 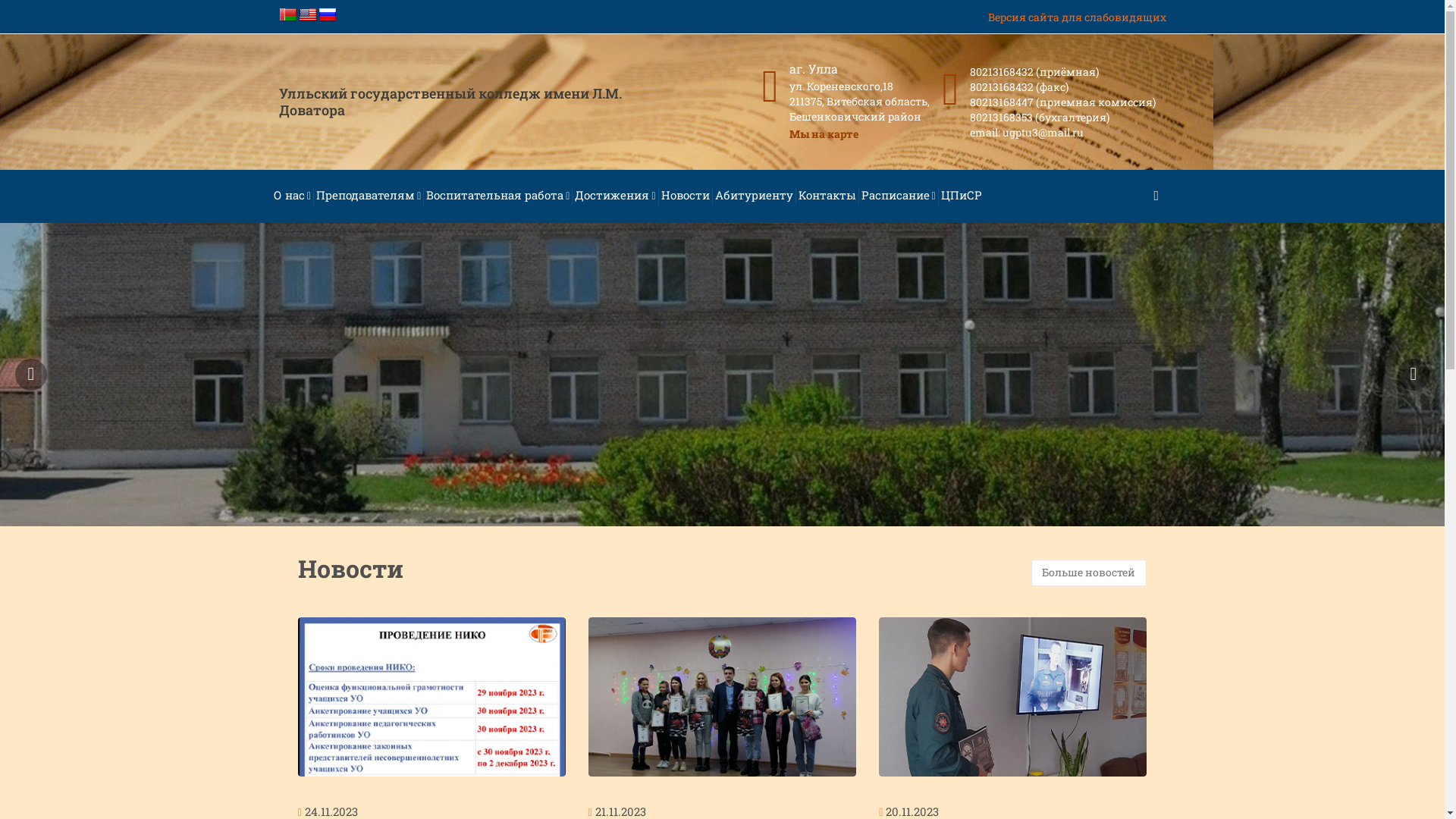 What do you see at coordinates (287, 14) in the screenshot?
I see `'Belarusian'` at bounding box center [287, 14].